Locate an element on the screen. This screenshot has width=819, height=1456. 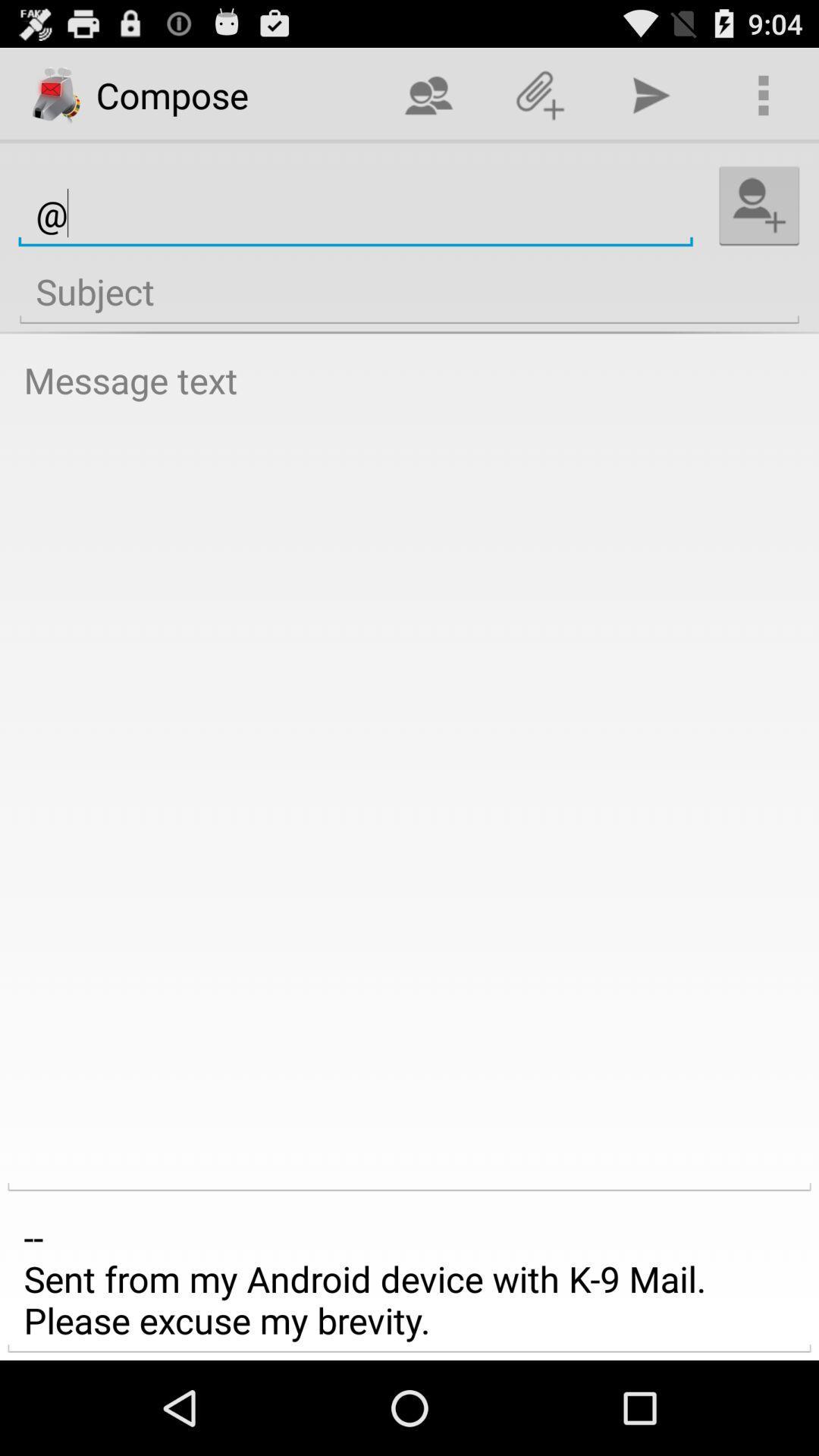
the item above the sent from my is located at coordinates (409, 770).